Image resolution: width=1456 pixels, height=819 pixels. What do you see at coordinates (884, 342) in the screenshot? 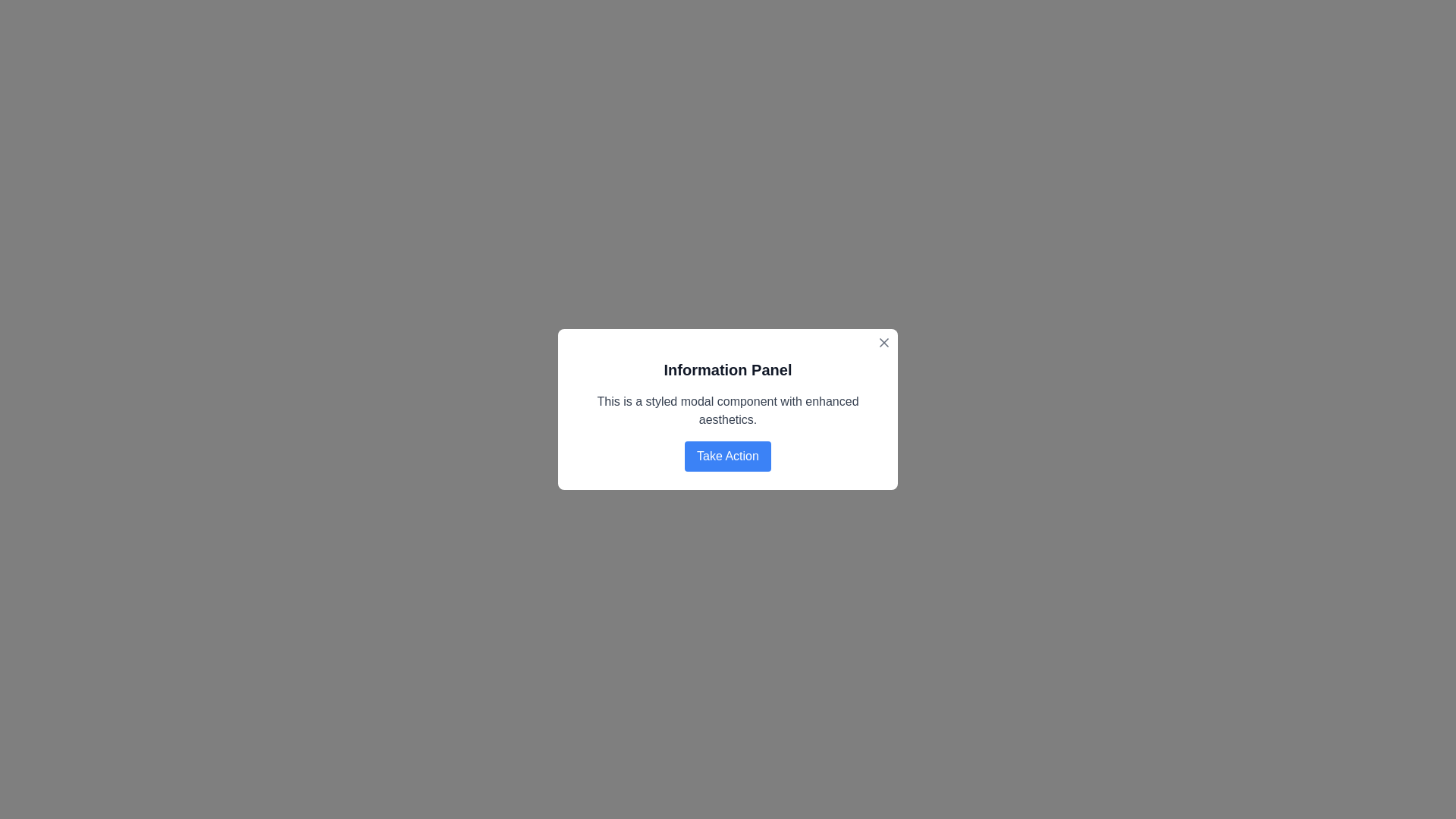
I see `the close button located at the top-right corner of the modal panel to change its color` at bounding box center [884, 342].